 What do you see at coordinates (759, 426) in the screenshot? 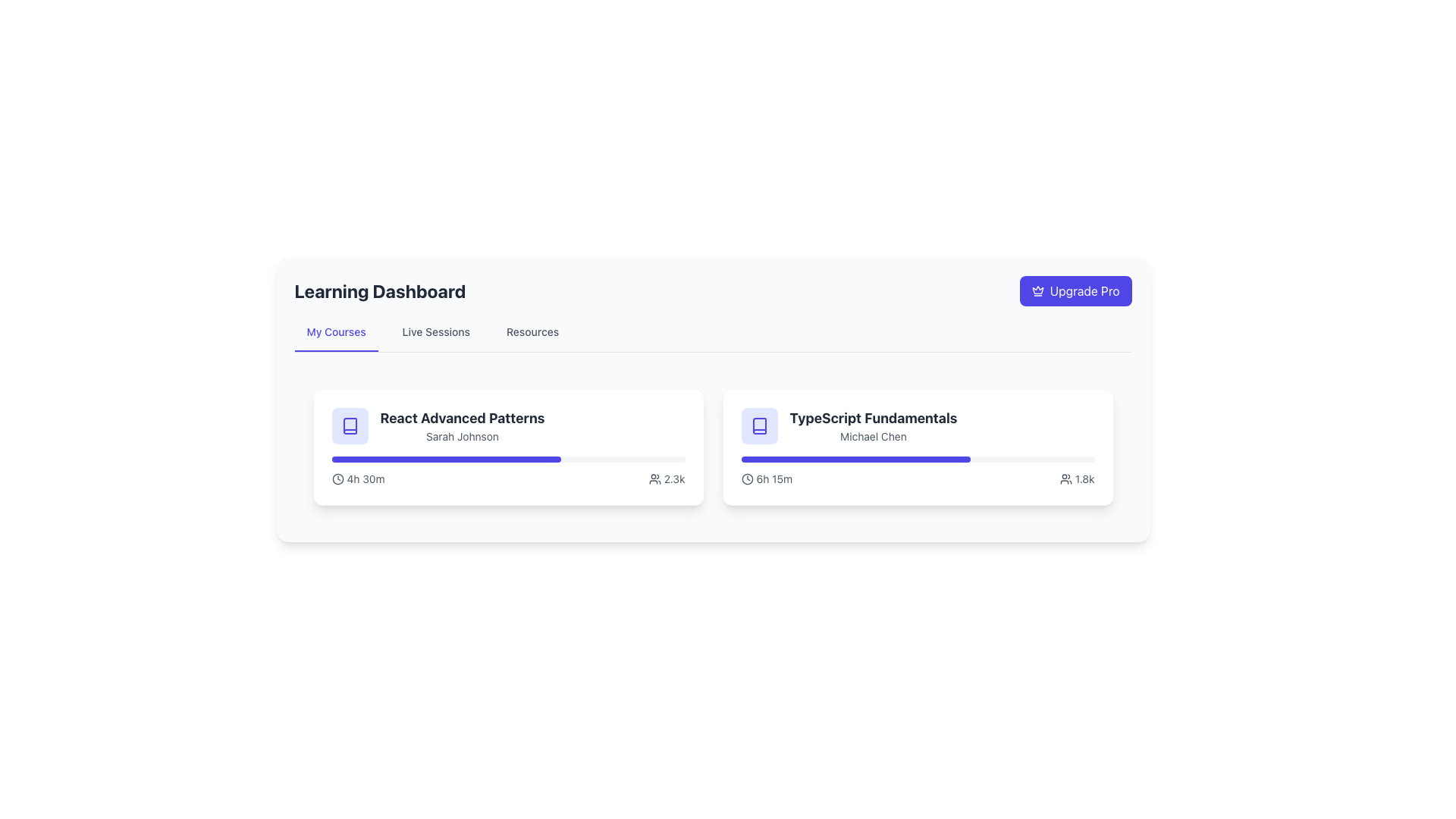
I see `the small, rounded rectangular icon with a light indigo background, located to the left of the 'TypeScript Fundamentals' text and above 'Michael Chen'` at bounding box center [759, 426].